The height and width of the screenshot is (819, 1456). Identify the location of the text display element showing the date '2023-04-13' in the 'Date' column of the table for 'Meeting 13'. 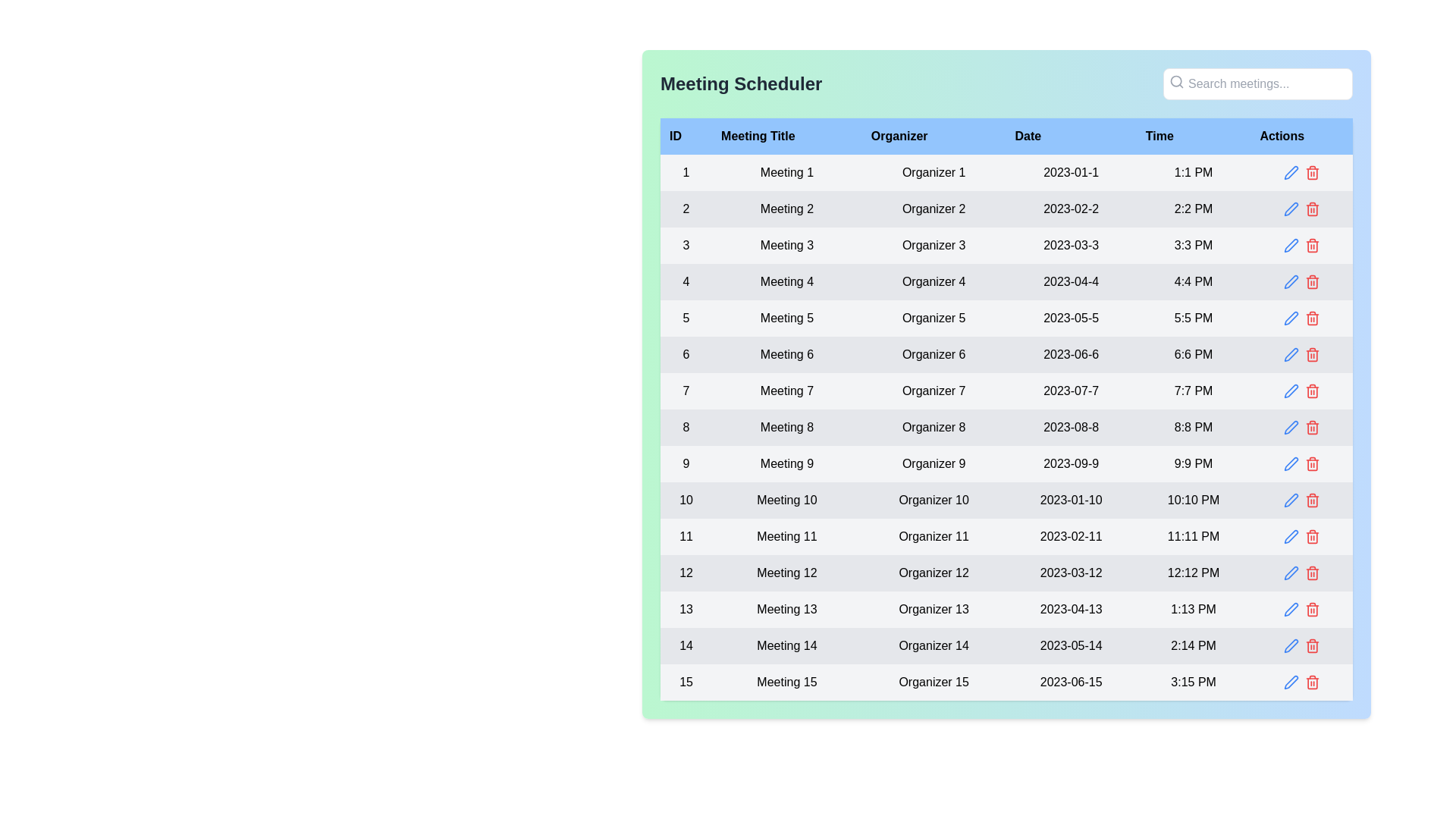
(1070, 608).